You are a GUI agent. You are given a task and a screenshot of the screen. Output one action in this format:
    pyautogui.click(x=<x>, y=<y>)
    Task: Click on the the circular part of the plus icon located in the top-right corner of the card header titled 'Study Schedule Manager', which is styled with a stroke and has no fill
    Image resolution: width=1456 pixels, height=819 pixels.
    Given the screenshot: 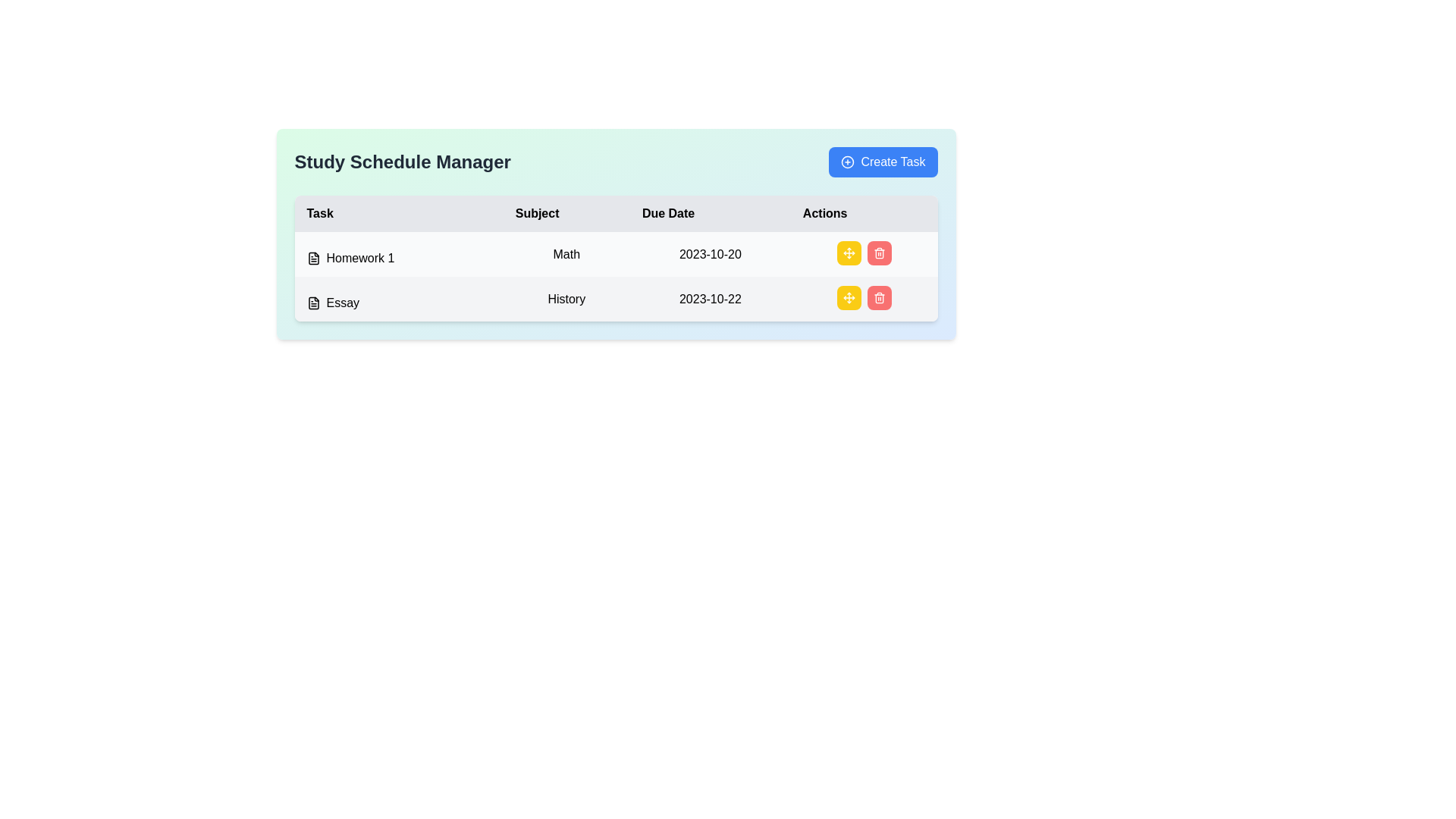 What is the action you would take?
    pyautogui.click(x=847, y=162)
    